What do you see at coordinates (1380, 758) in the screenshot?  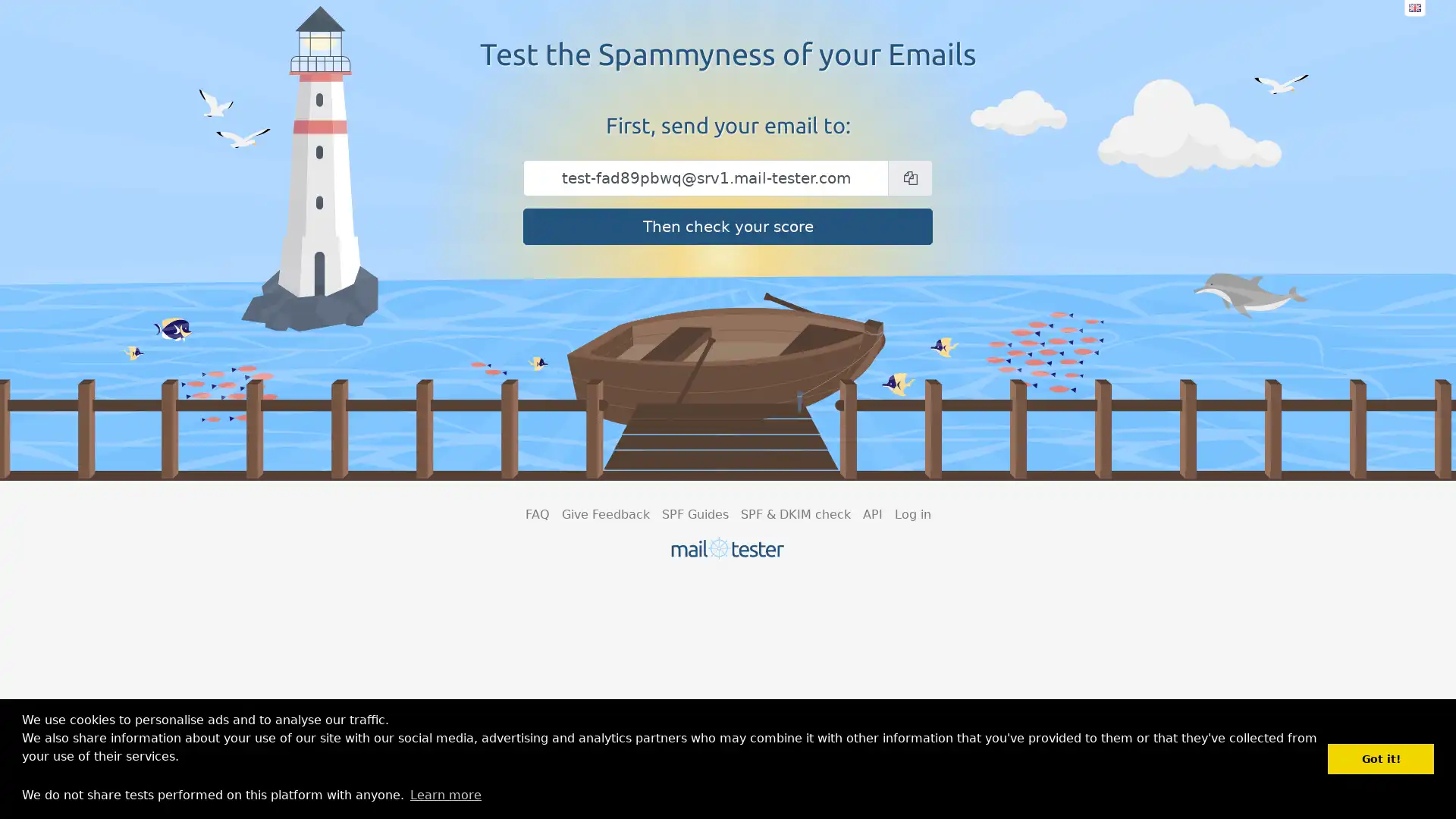 I see `dismiss cookie message` at bounding box center [1380, 758].